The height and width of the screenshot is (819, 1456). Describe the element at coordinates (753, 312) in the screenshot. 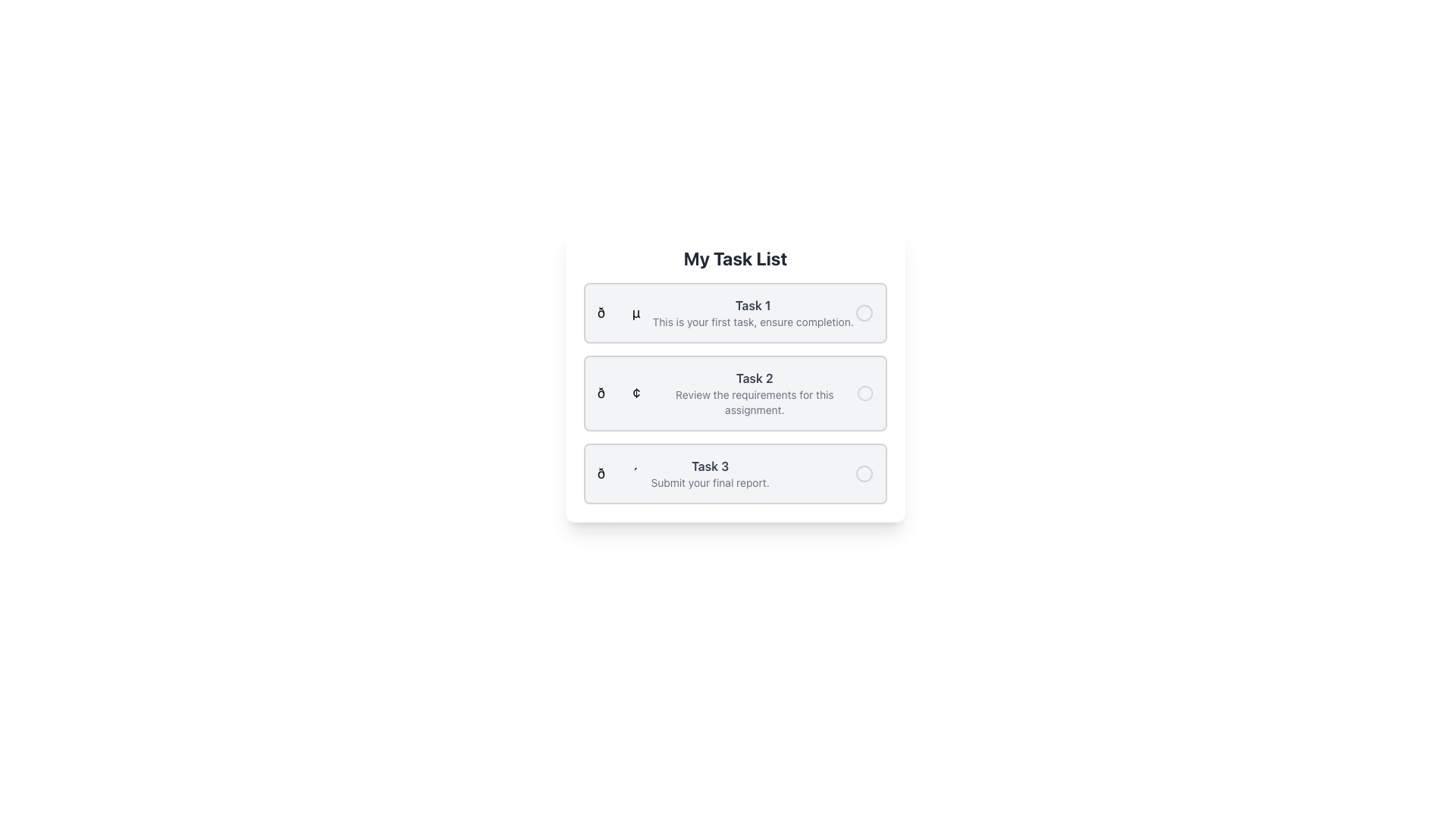

I see `the non-interactive textual display component that contains 'Task 1' and 'This is your first task, ensure completion.'` at that location.